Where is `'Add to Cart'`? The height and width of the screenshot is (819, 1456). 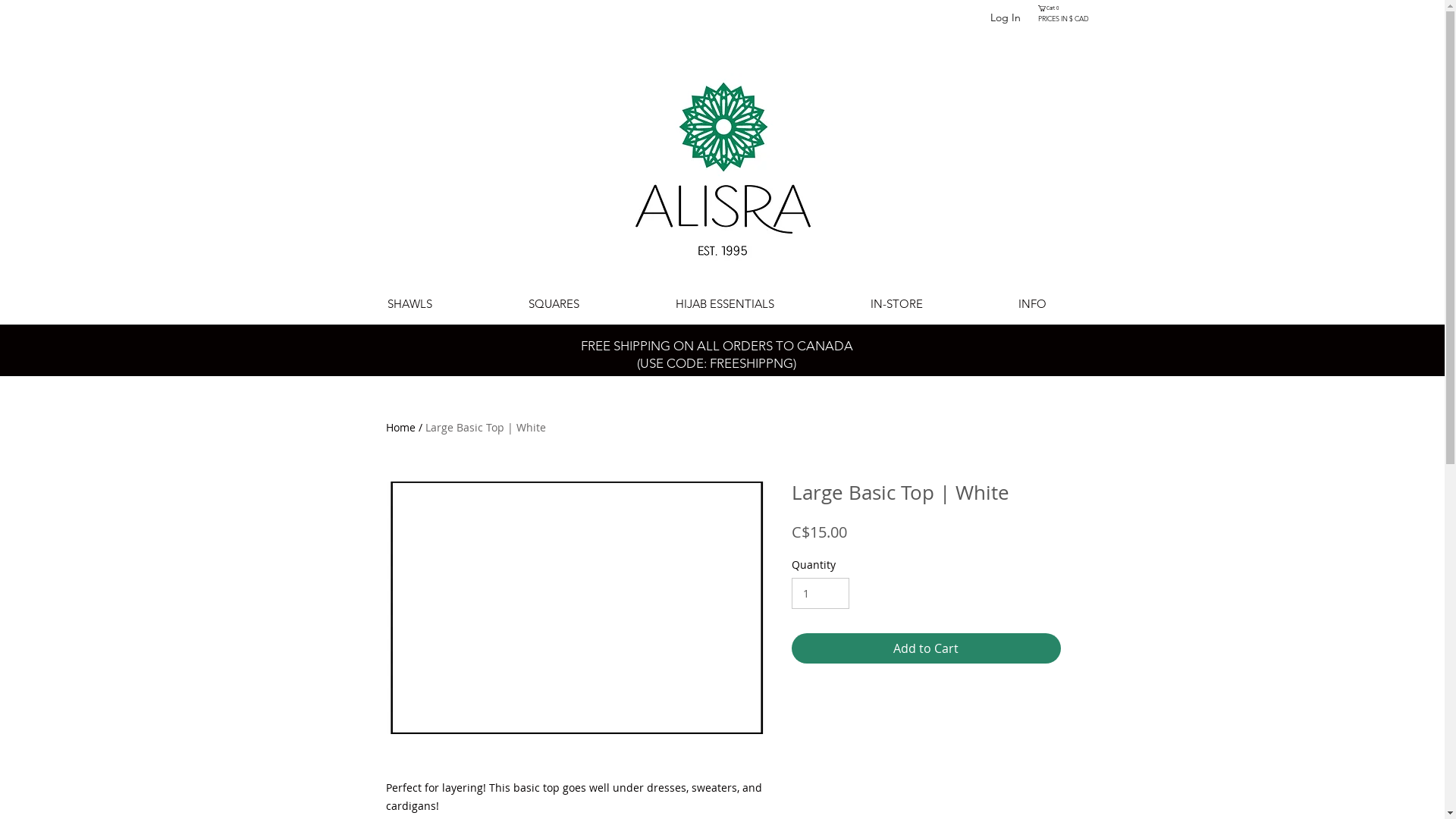 'Add to Cart' is located at coordinates (925, 648).